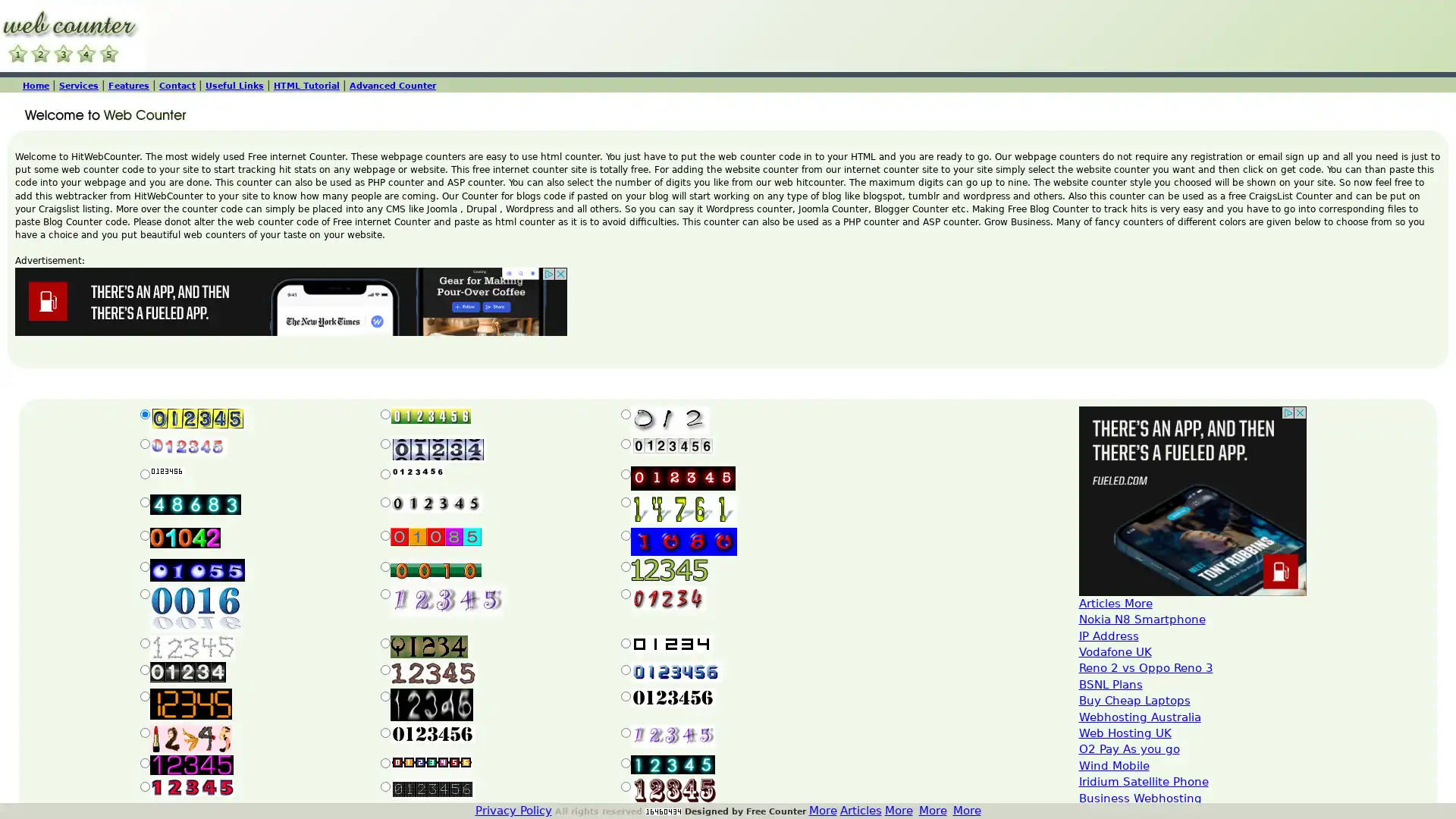 This screenshot has height=819, width=1456. Describe the element at coordinates (187, 671) in the screenshot. I see `Submit` at that location.